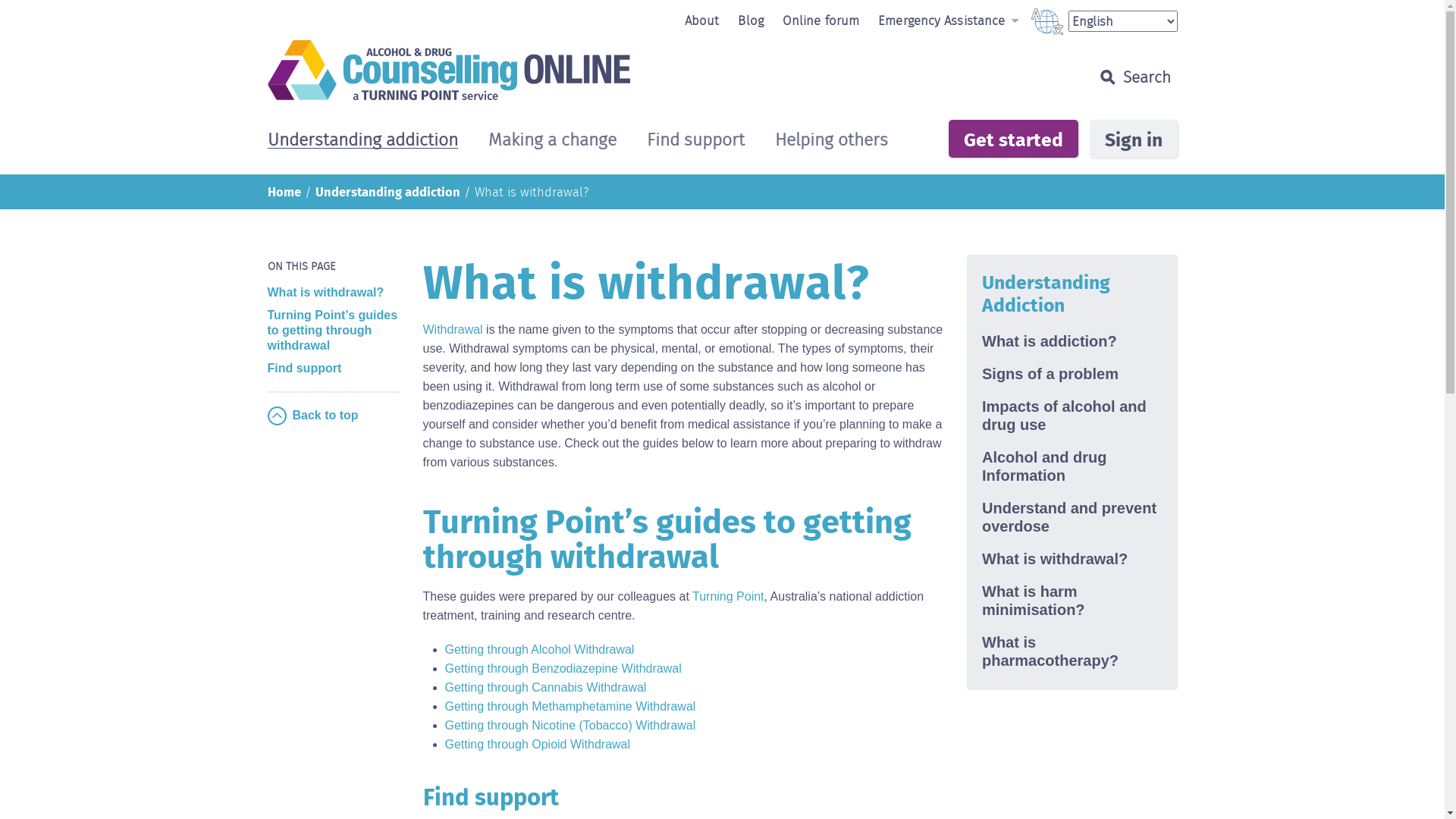 The height and width of the screenshot is (819, 1456). I want to click on 'Understanding addiction', so click(315, 190).